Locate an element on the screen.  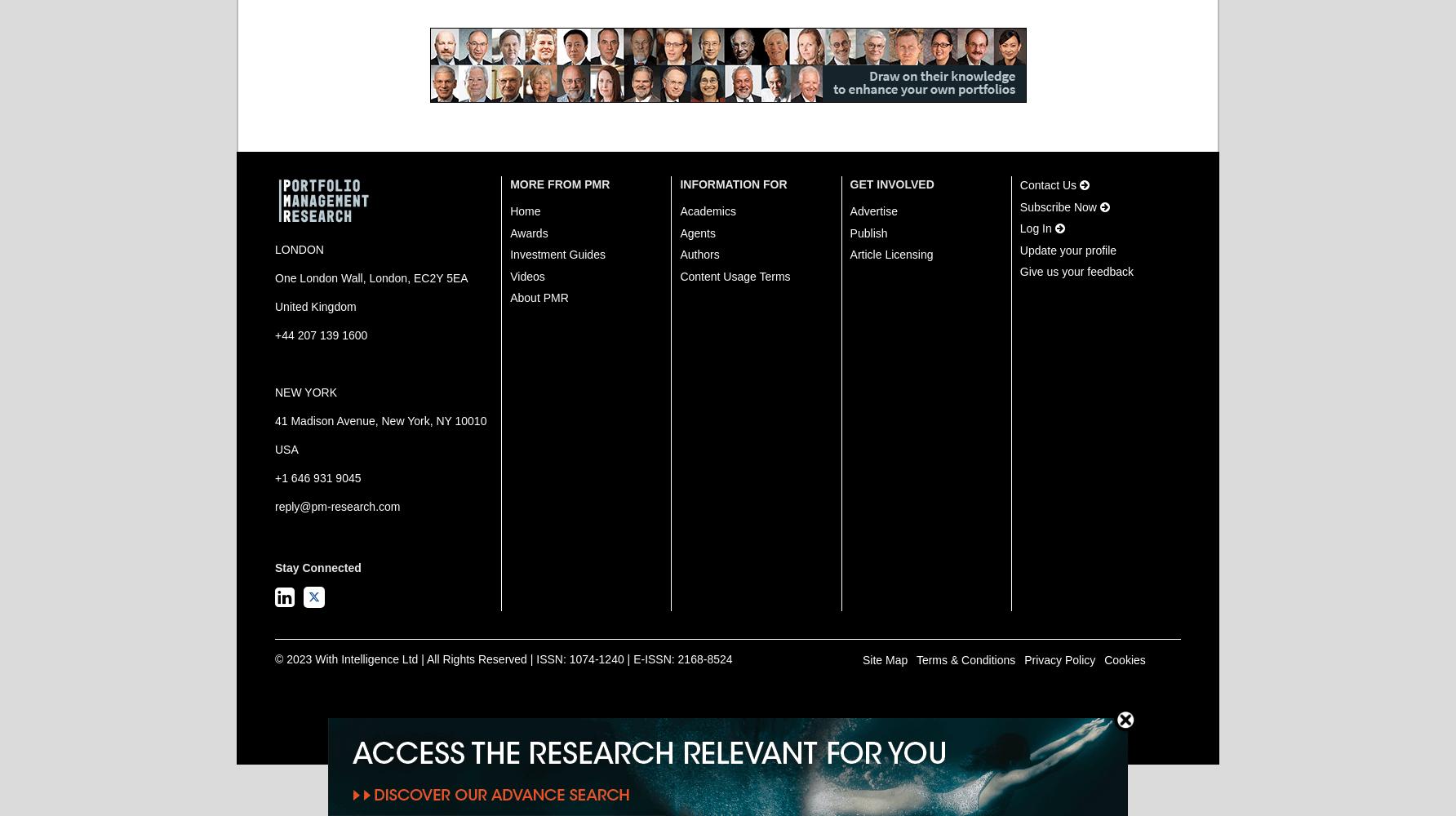
'GET INVOLVED' is located at coordinates (890, 184).